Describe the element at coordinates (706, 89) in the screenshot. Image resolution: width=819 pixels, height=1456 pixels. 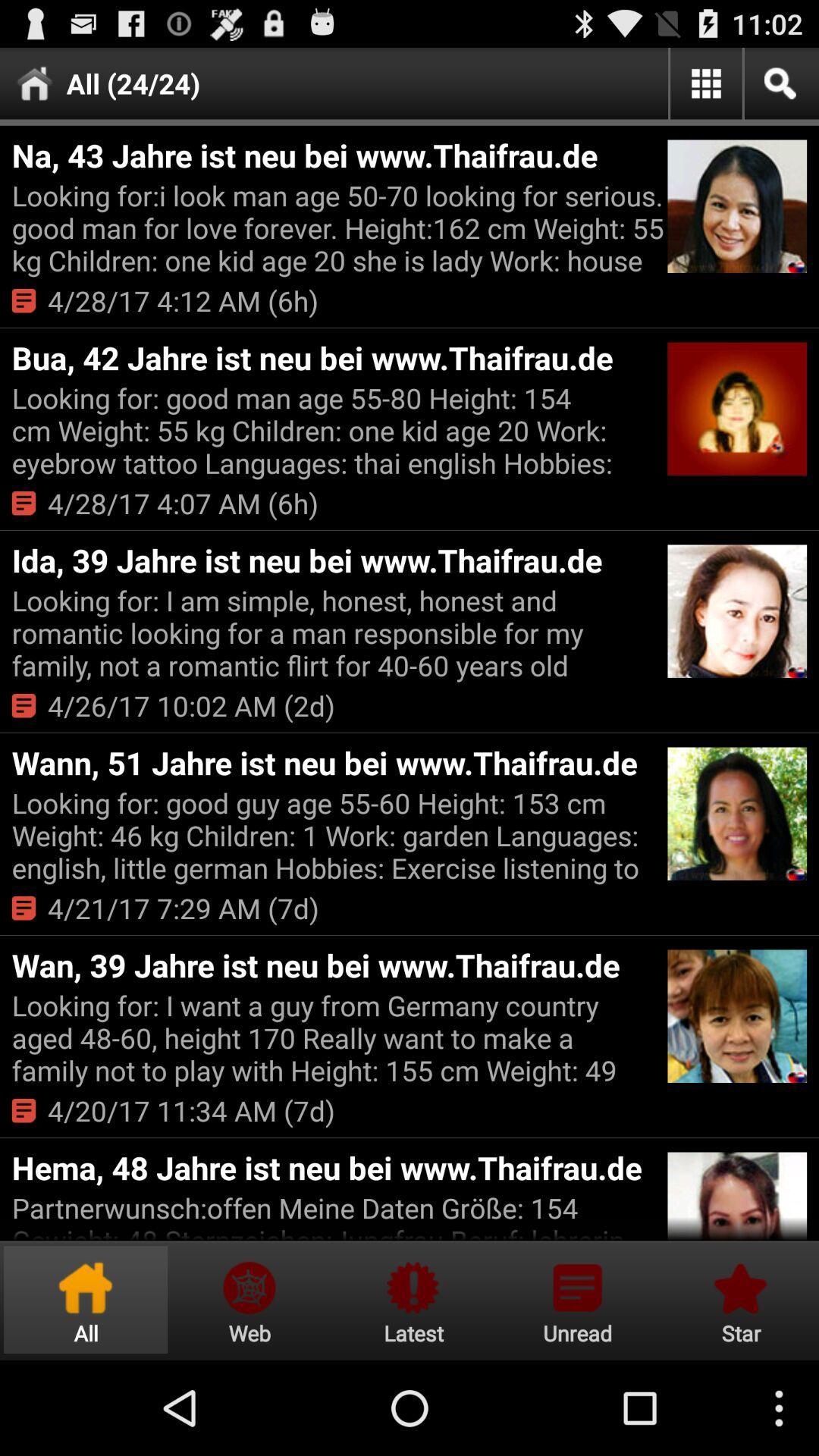
I see `the dashboard icon` at that location.